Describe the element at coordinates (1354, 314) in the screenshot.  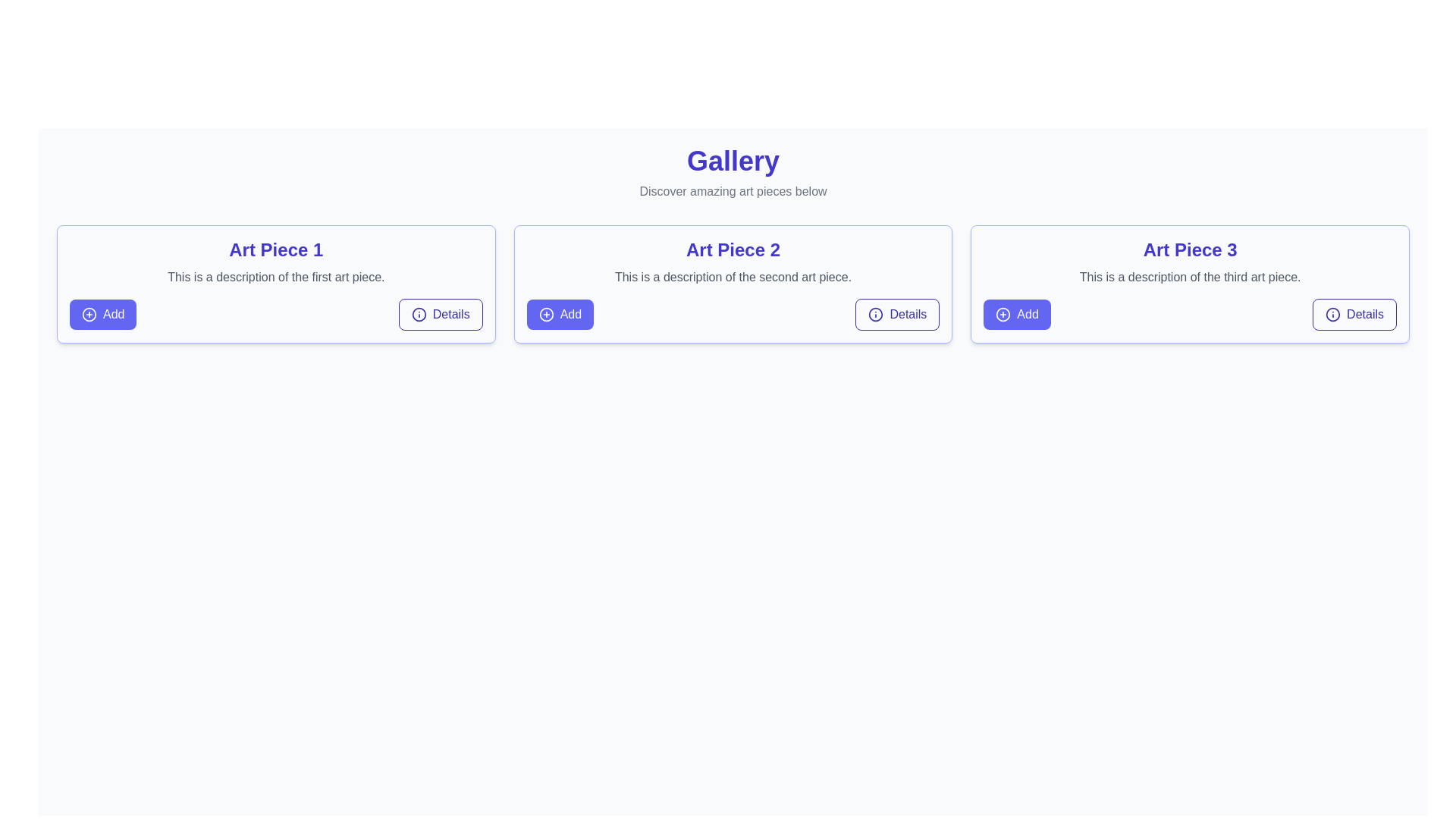
I see `the button located at the bottom right of the third card in the 'Gallery' section` at that location.